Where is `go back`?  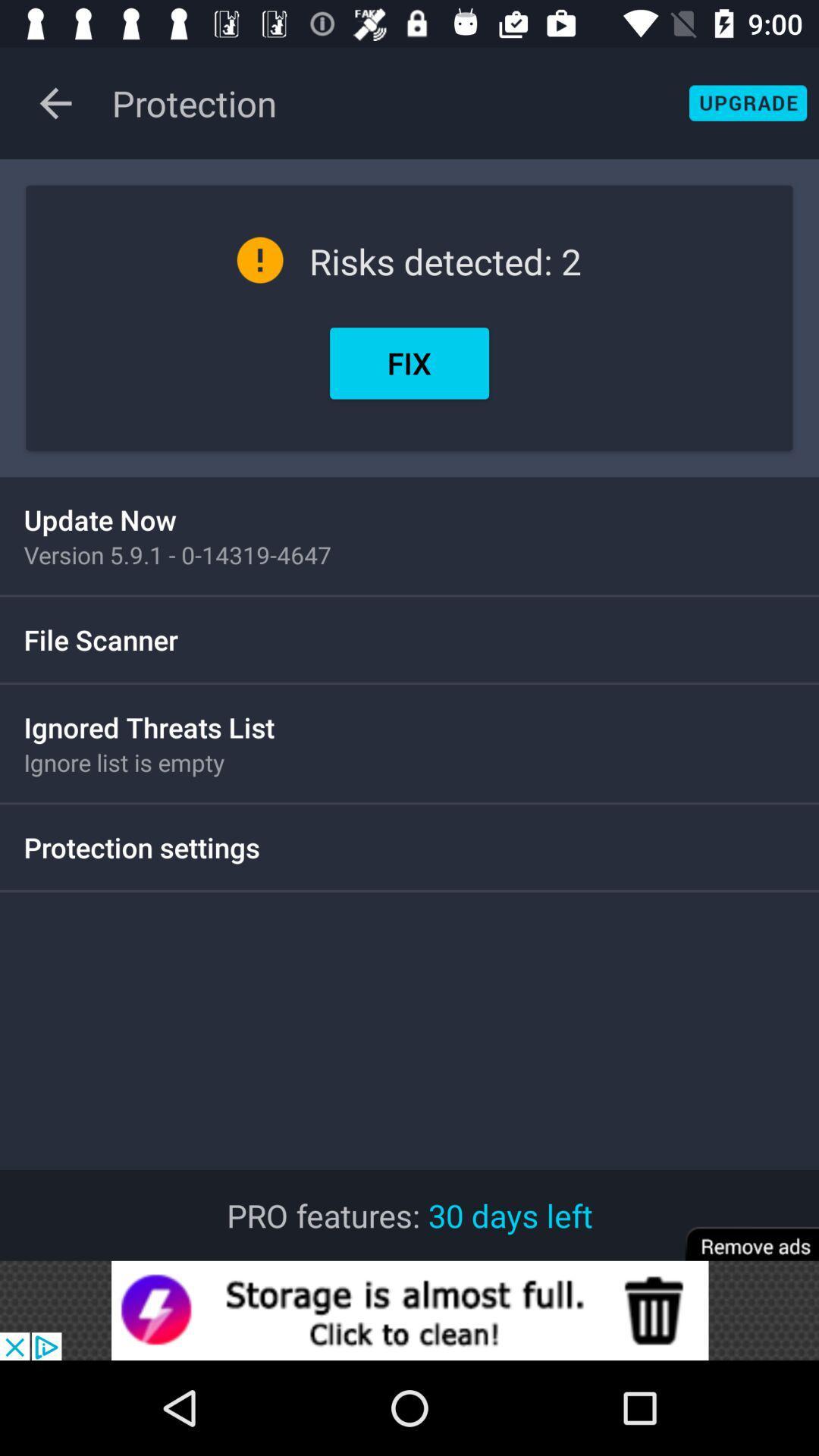
go back is located at coordinates (55, 102).